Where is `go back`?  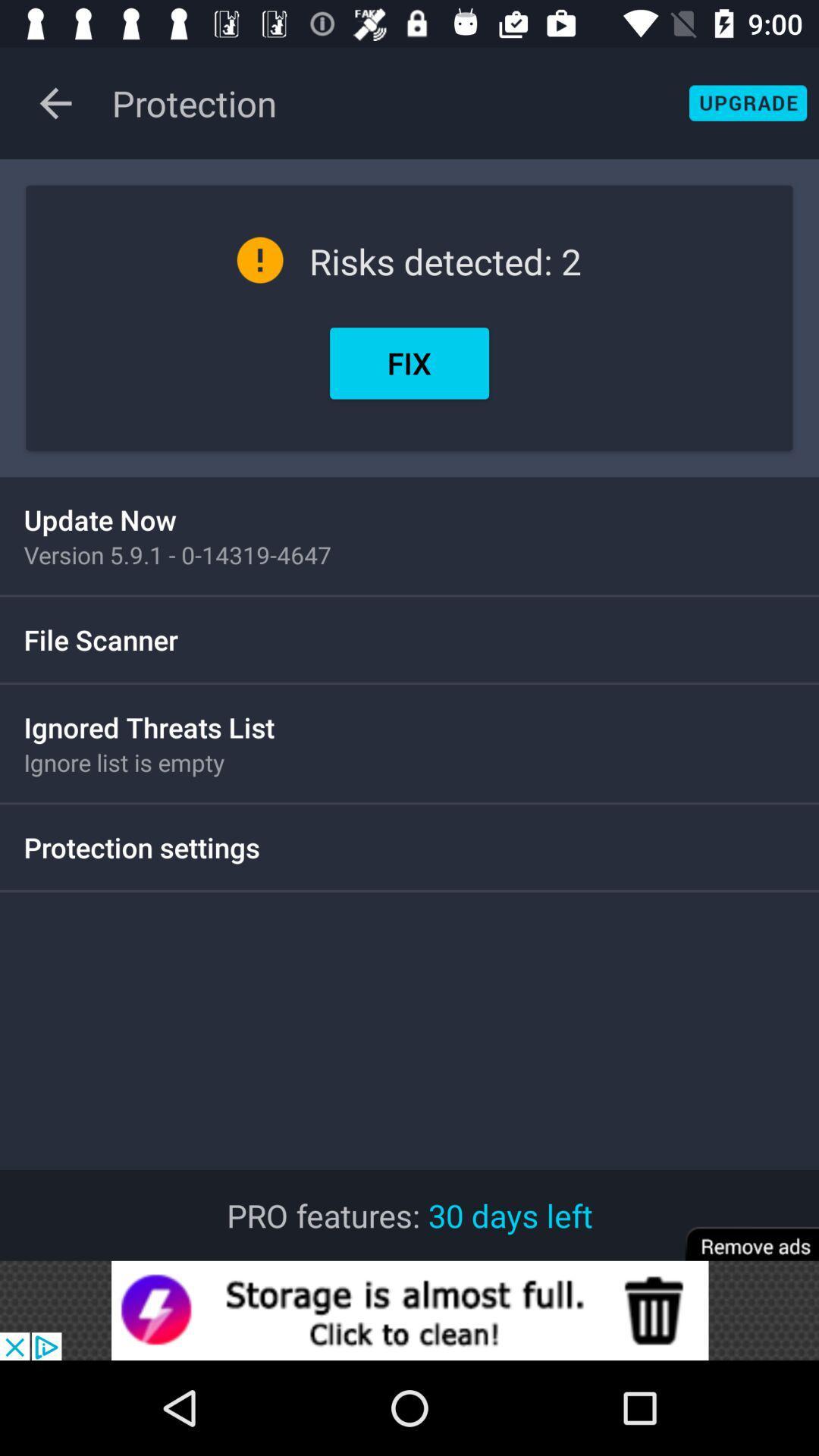
go back is located at coordinates (55, 102).